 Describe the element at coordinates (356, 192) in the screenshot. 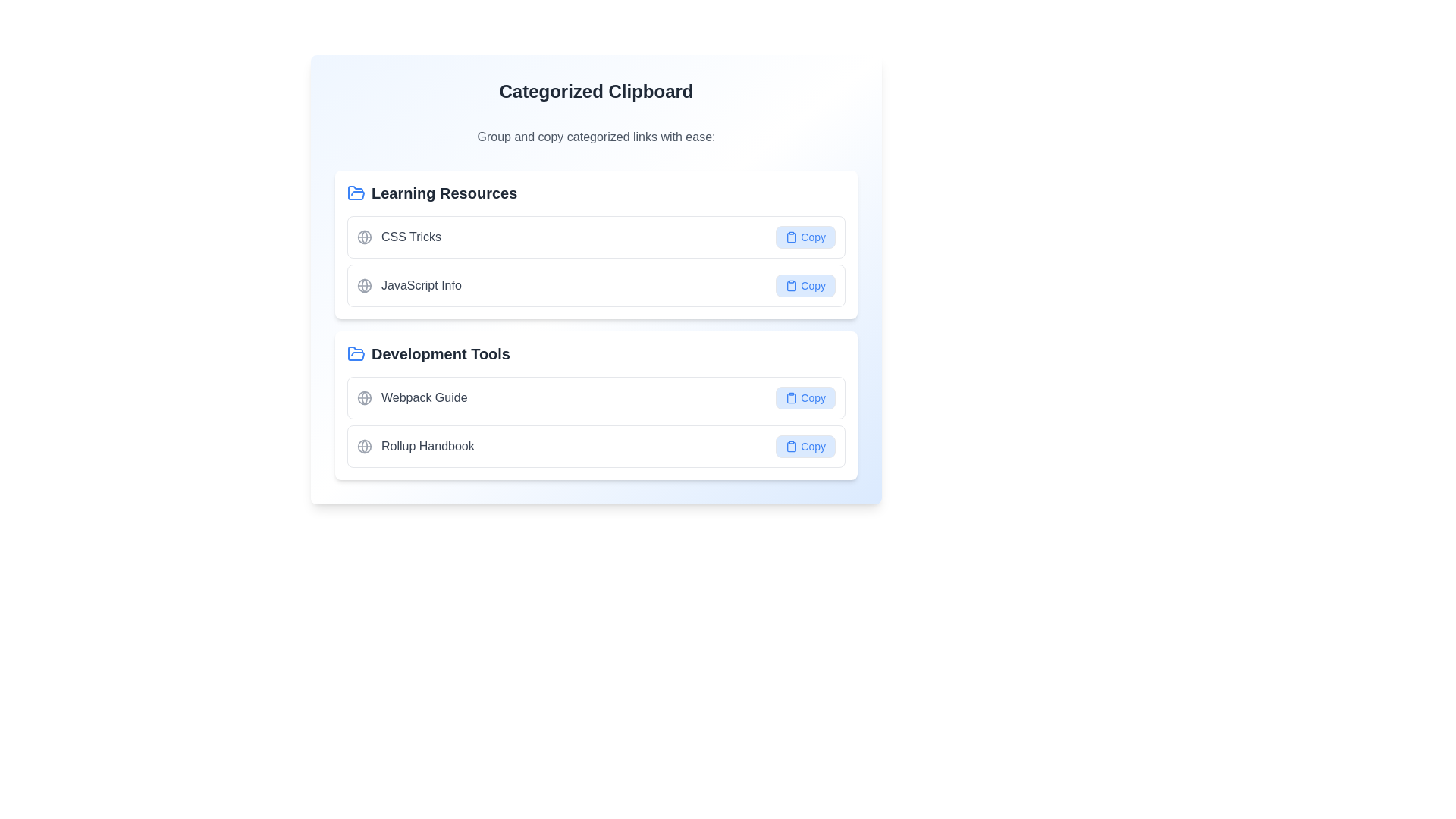

I see `the decorative icon representing 'Learning Resources', which is positioned before the text label 'Learning Resources' at the top-left section of the page` at that location.